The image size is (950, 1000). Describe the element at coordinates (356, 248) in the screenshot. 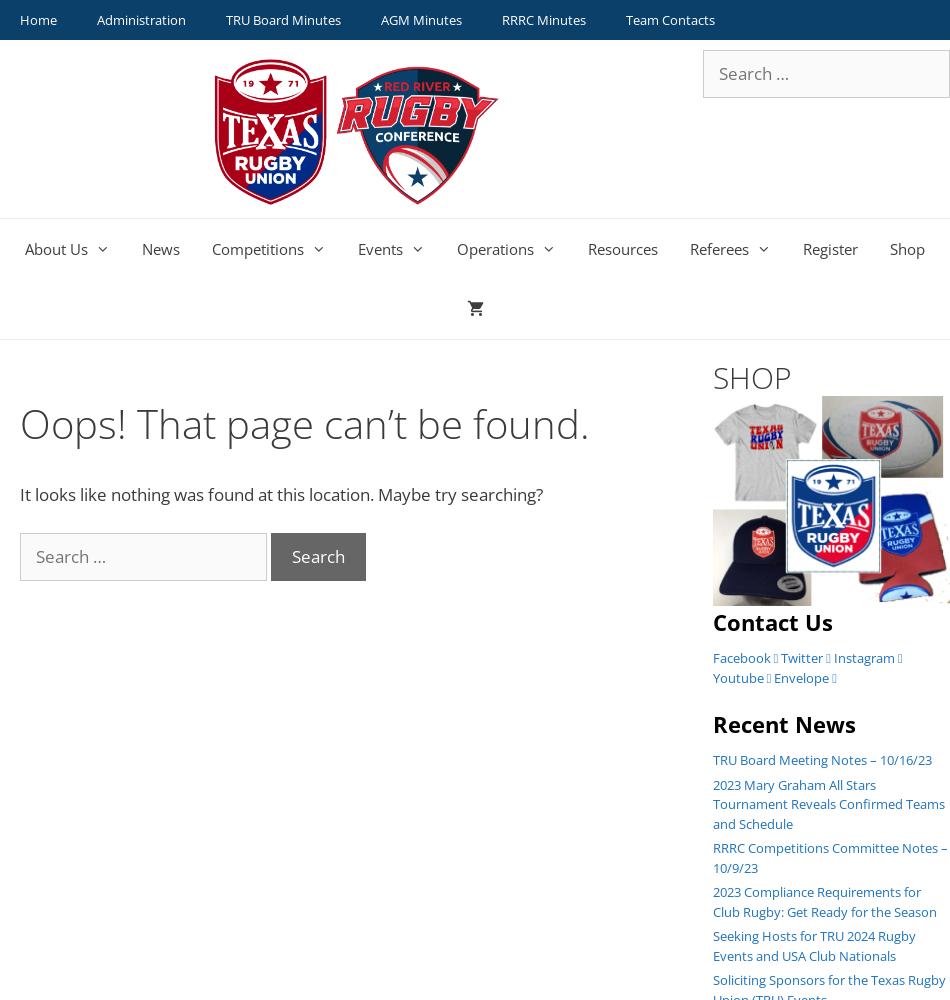

I see `'Events'` at that location.